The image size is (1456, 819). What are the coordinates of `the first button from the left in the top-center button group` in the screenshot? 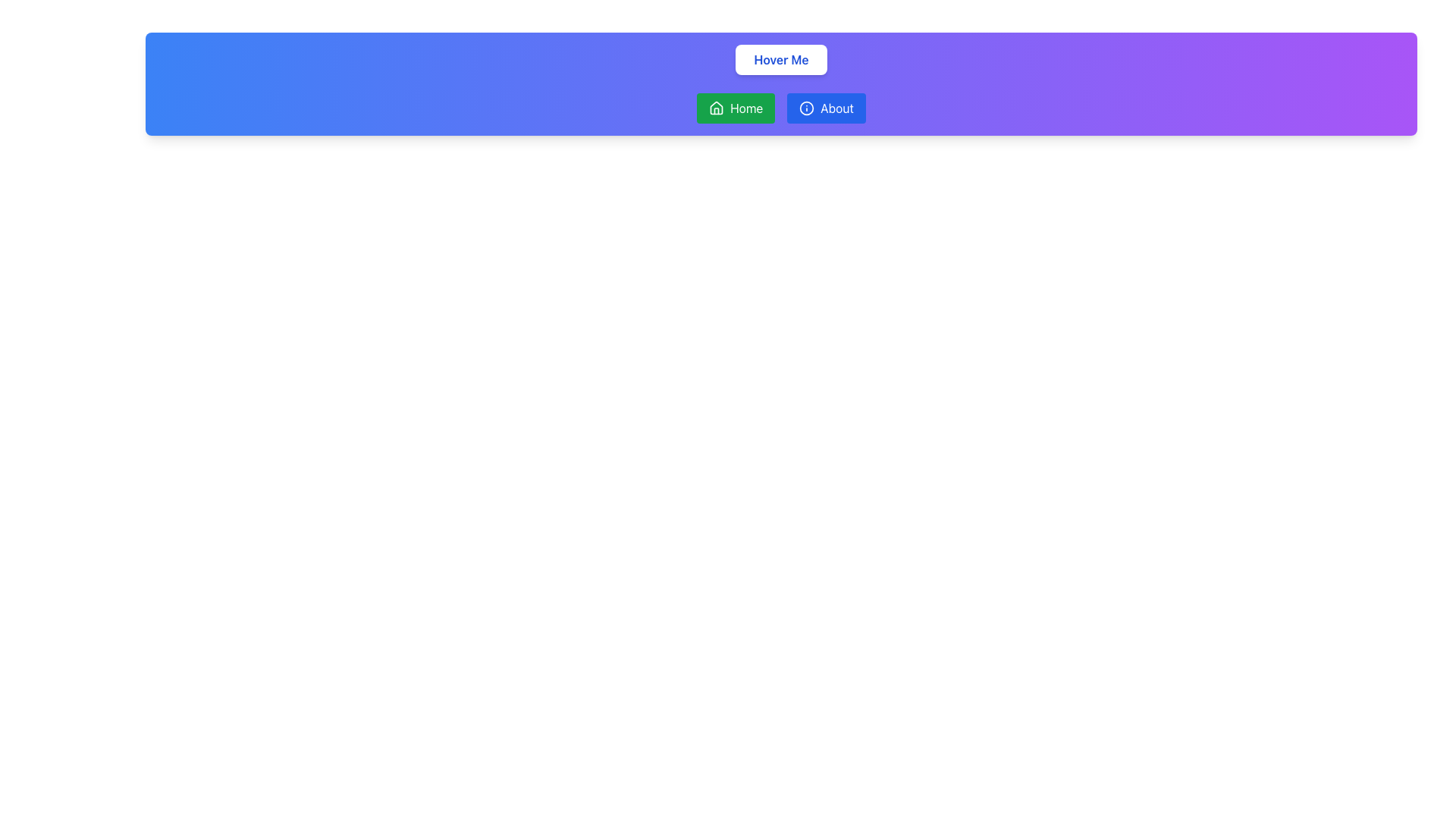 It's located at (736, 107).